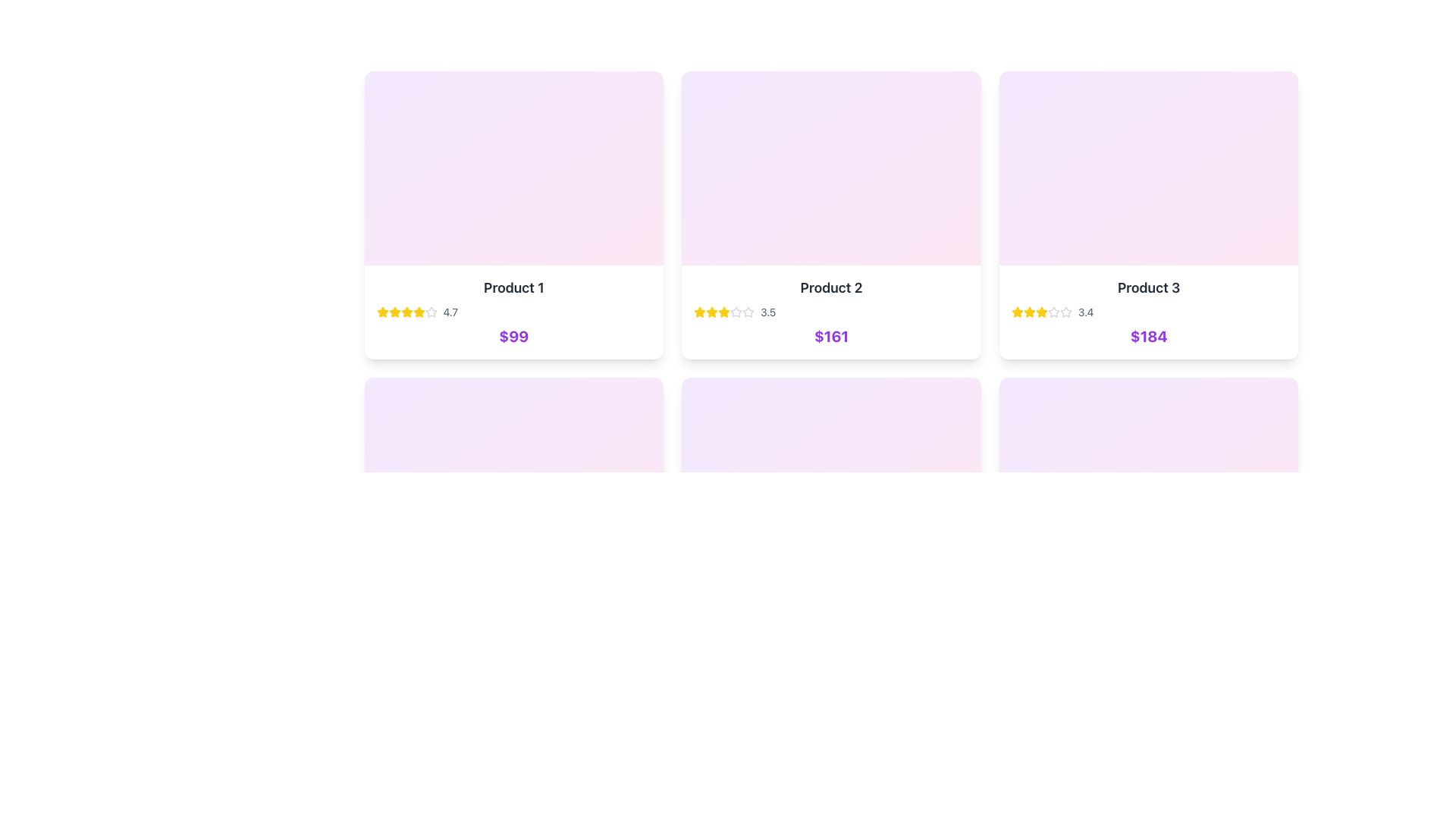 This screenshot has height=819, width=1456. I want to click on the bold text label displaying 'Product 3', so click(1149, 288).